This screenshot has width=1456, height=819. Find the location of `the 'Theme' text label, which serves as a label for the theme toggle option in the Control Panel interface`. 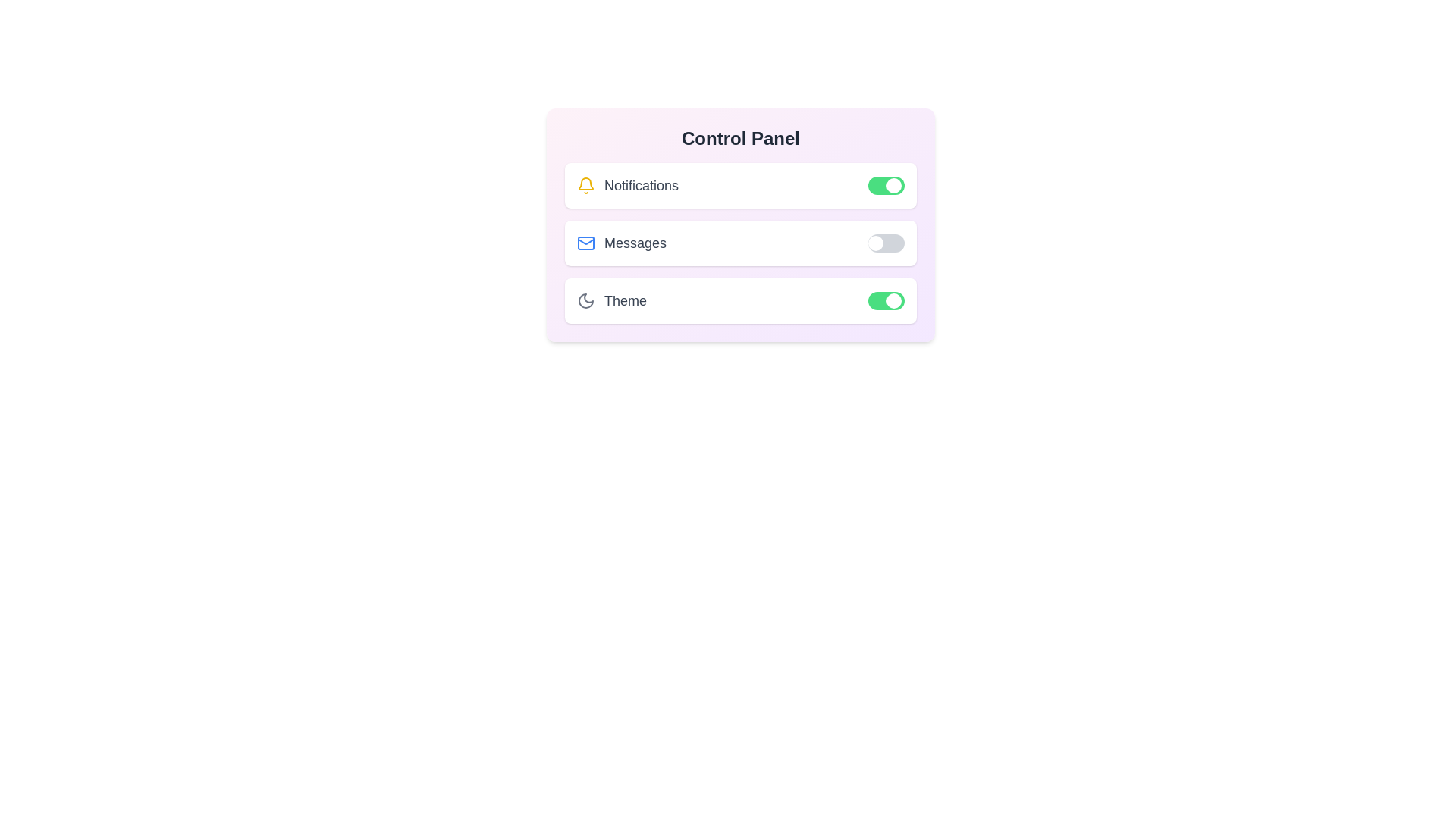

the 'Theme' text label, which serves as a label for the theme toggle option in the Control Panel interface is located at coordinates (626, 301).